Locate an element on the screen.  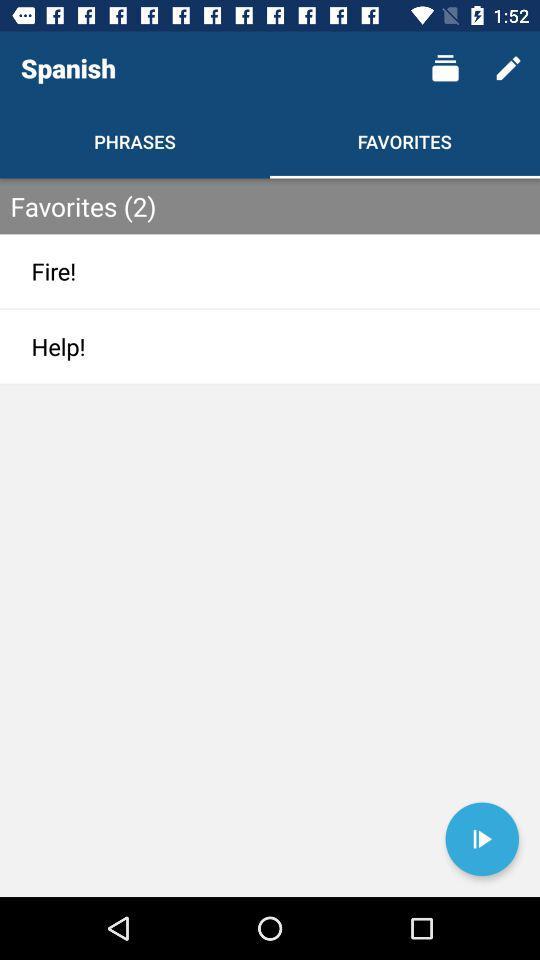
the item at the bottom right corner is located at coordinates (481, 839).